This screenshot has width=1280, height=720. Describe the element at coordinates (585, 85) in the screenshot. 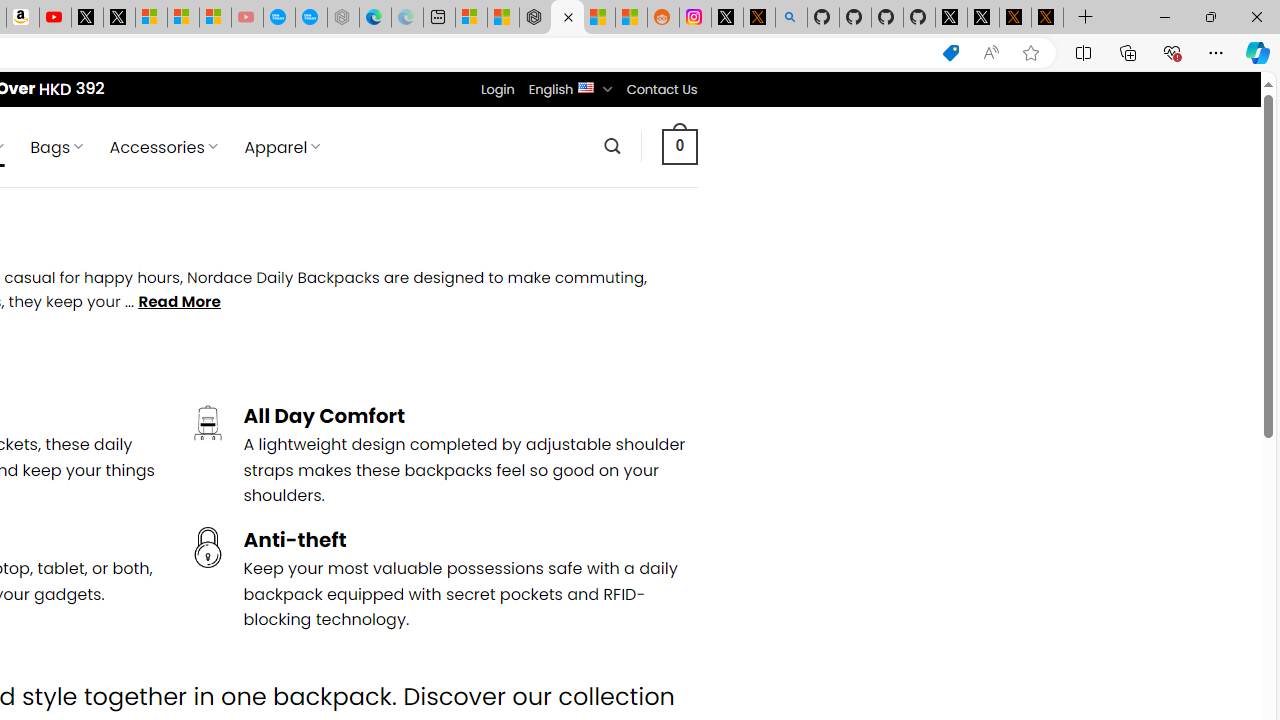

I see `'English'` at that location.